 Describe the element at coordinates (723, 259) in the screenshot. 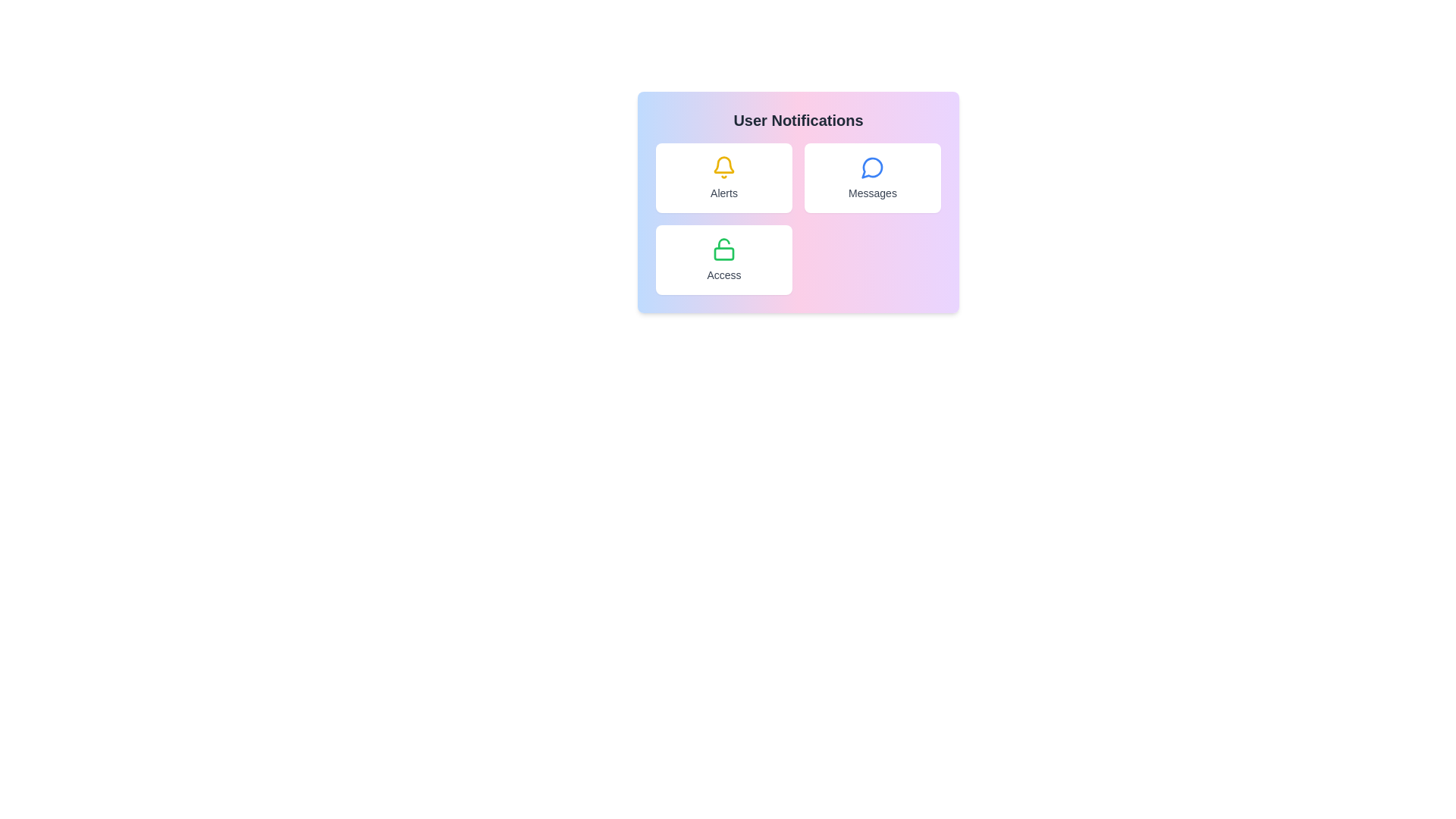

I see `the green 'Access' button with an unlocked padlock icon located in the lower-left cell of the grid layout` at that location.